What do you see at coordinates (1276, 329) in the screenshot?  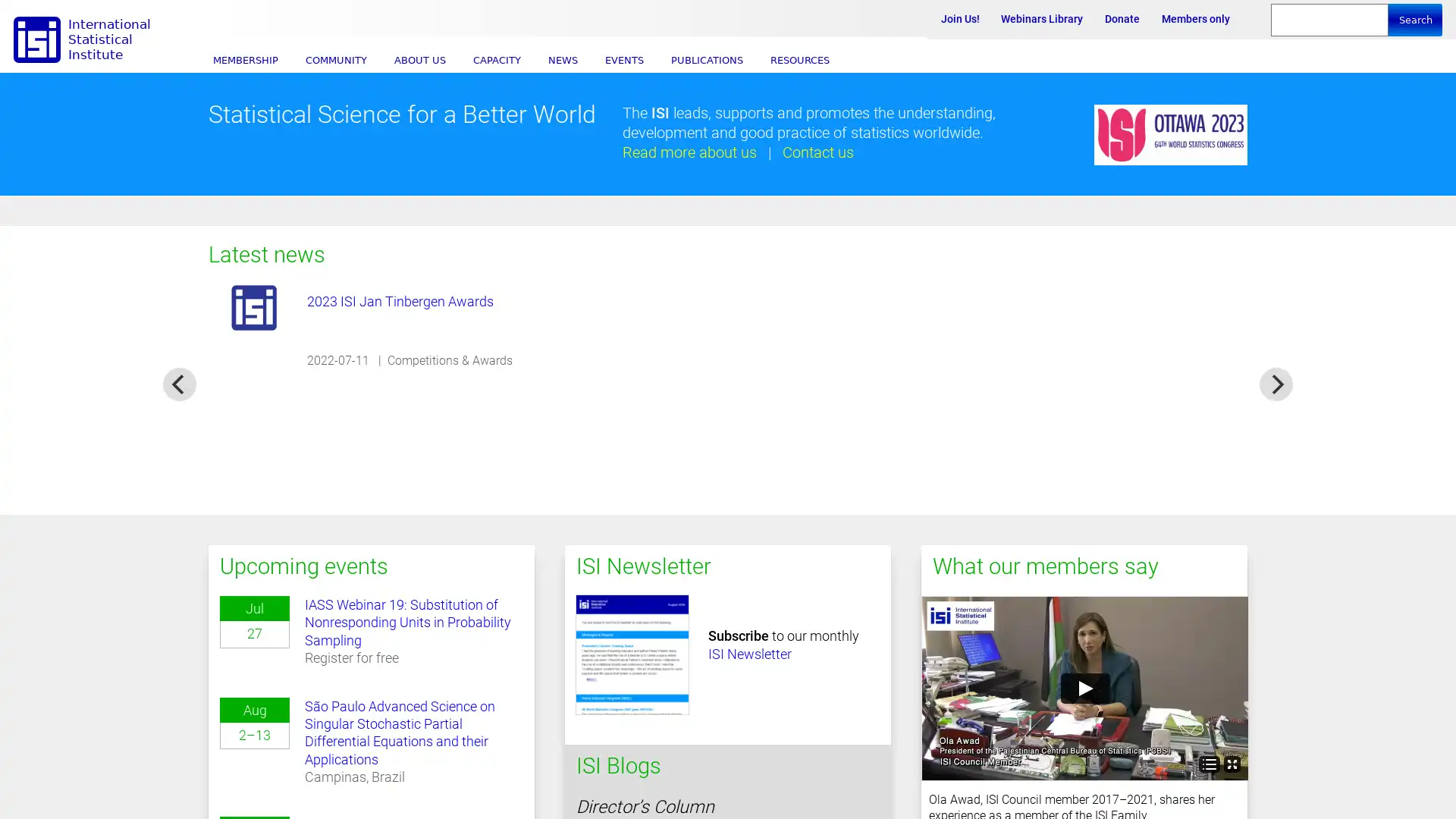 I see `next` at bounding box center [1276, 329].